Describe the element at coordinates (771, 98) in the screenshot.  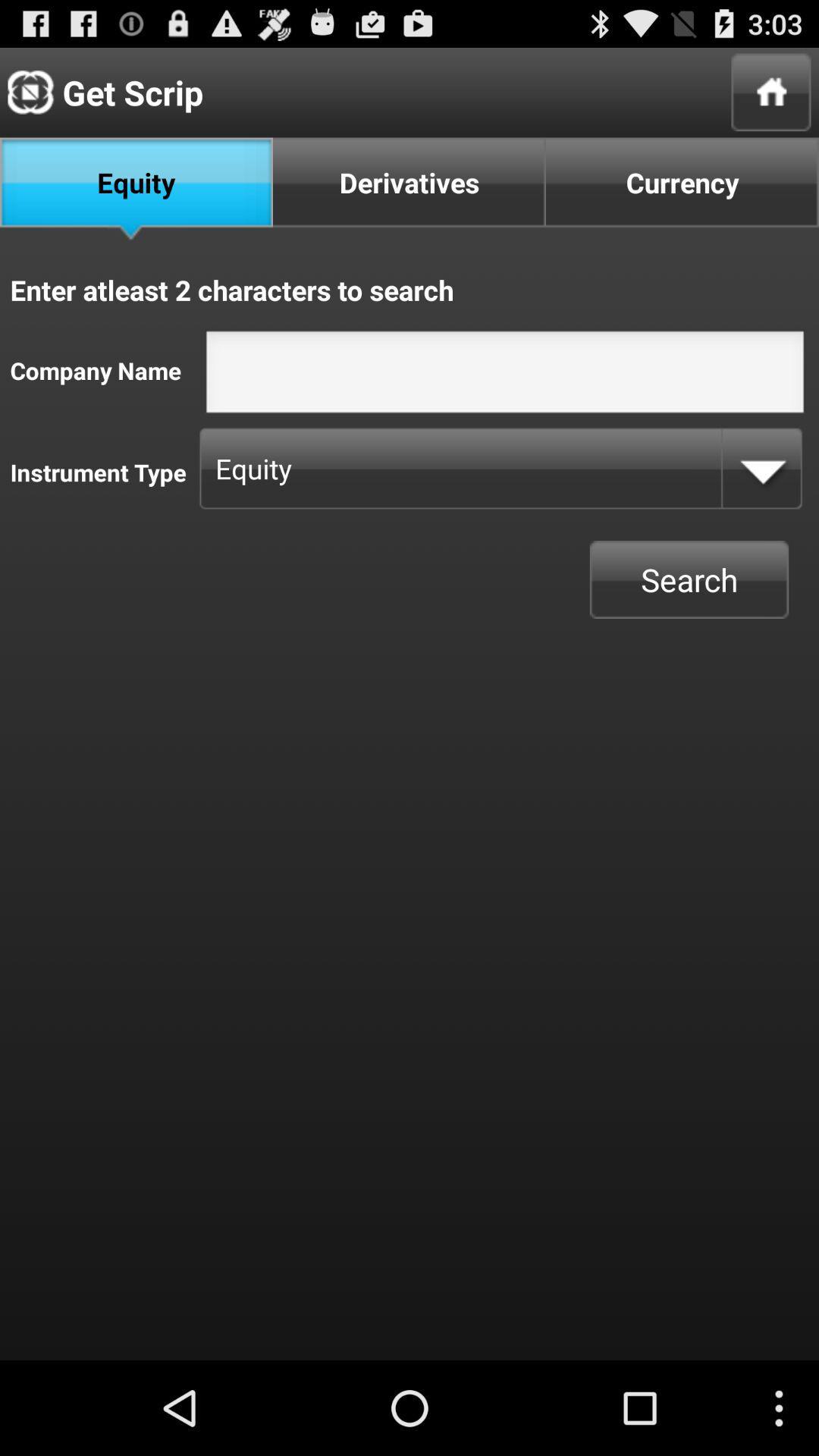
I see `the home icon` at that location.